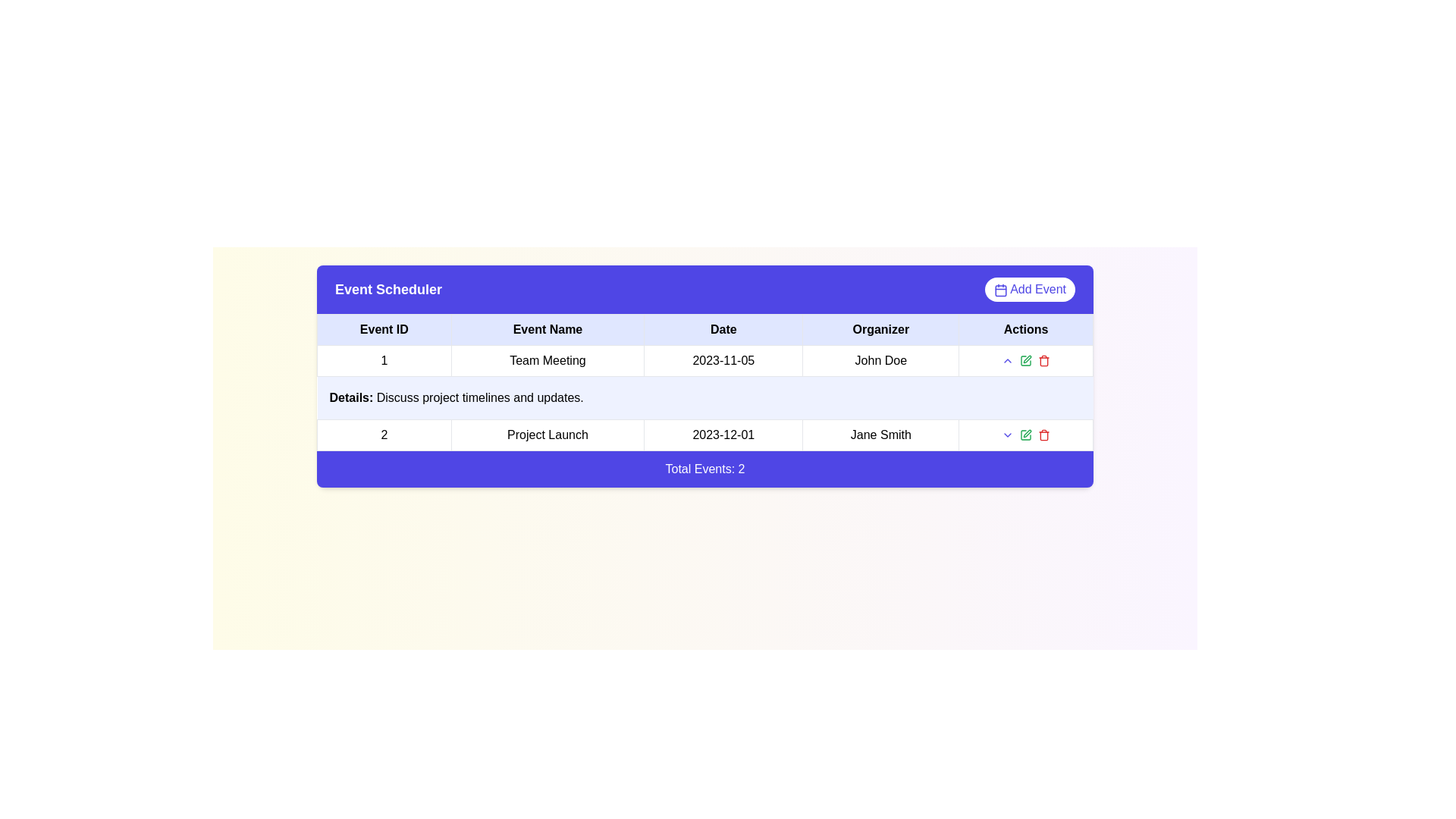 The width and height of the screenshot is (1456, 819). I want to click on the second row of the table containing the text '2', 'Project Launch', '2023-12-01', 'Jane Smith', and action icons, so click(704, 435).